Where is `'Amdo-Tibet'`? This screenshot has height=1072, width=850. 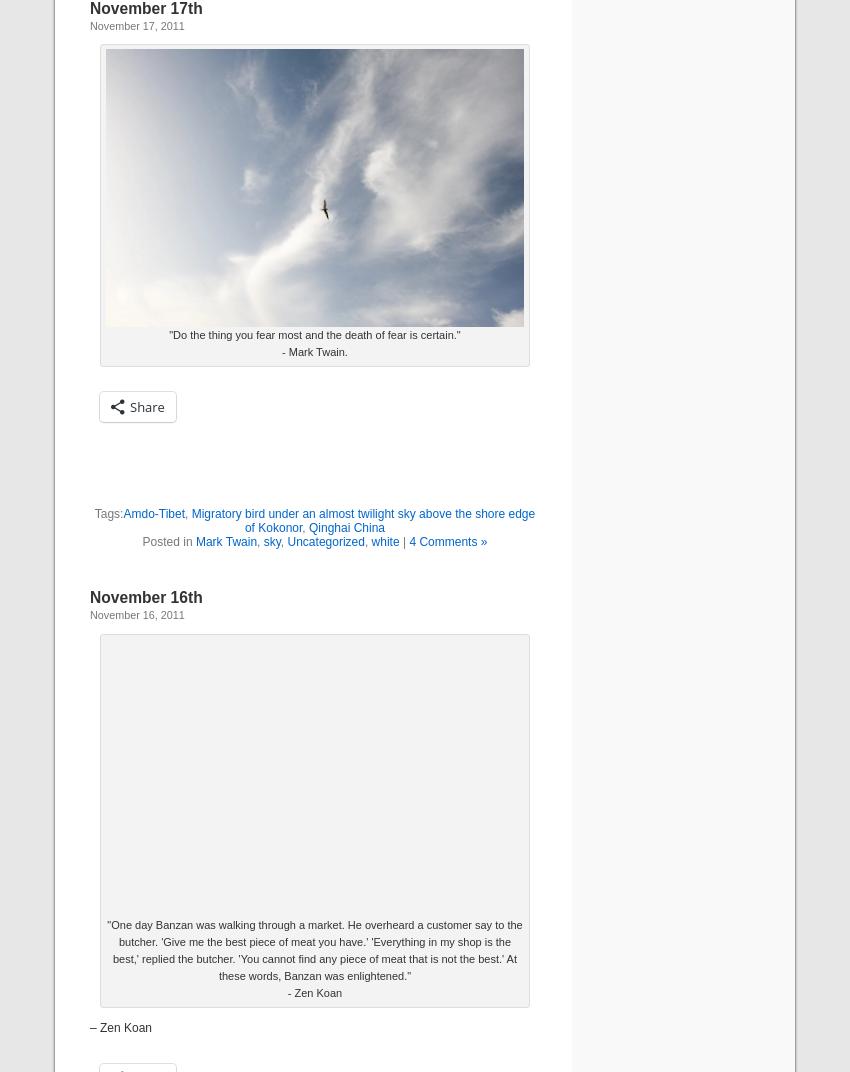 'Amdo-Tibet' is located at coordinates (154, 514).